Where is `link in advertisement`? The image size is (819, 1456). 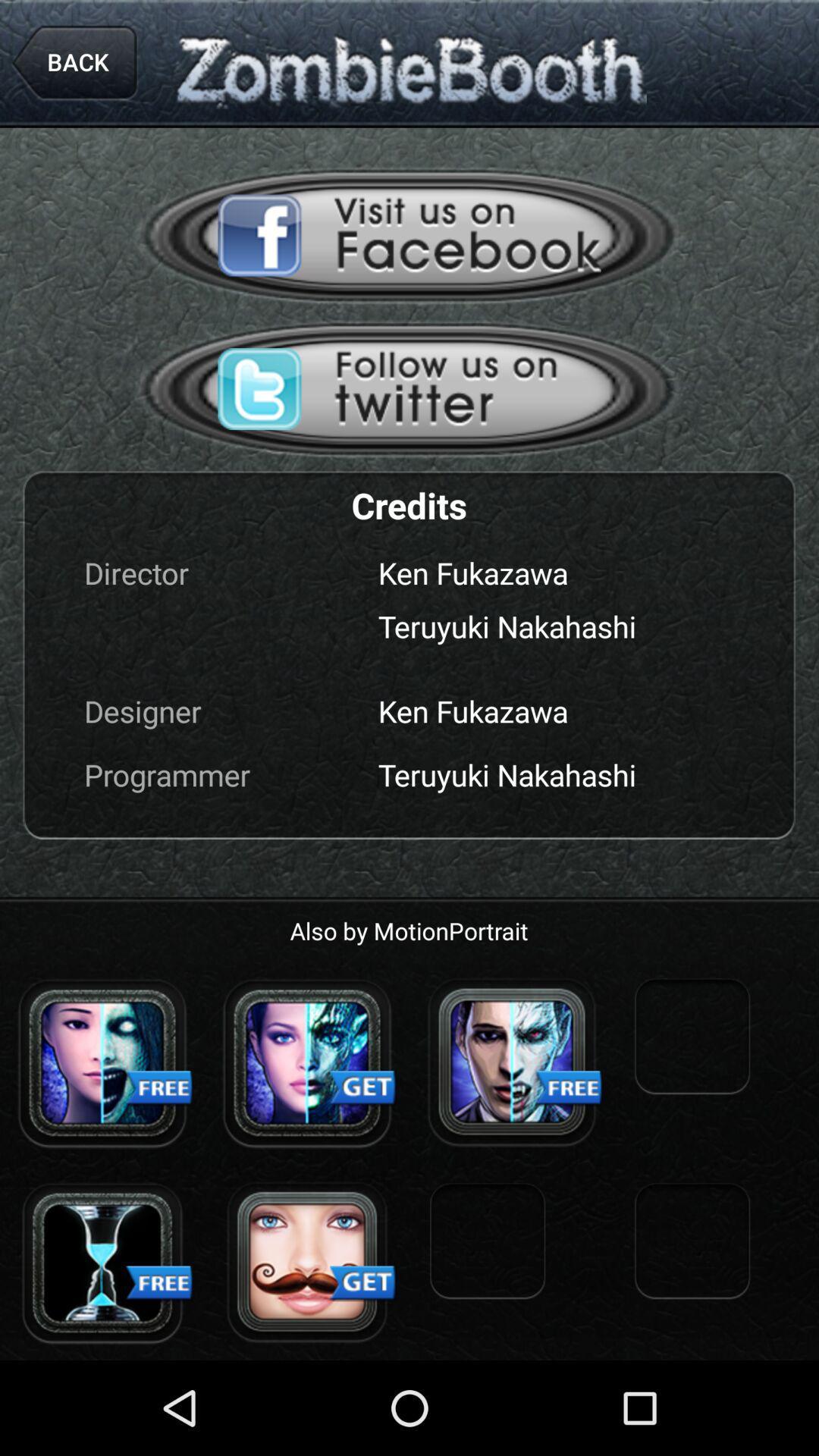
link in advertisement is located at coordinates (307, 1263).